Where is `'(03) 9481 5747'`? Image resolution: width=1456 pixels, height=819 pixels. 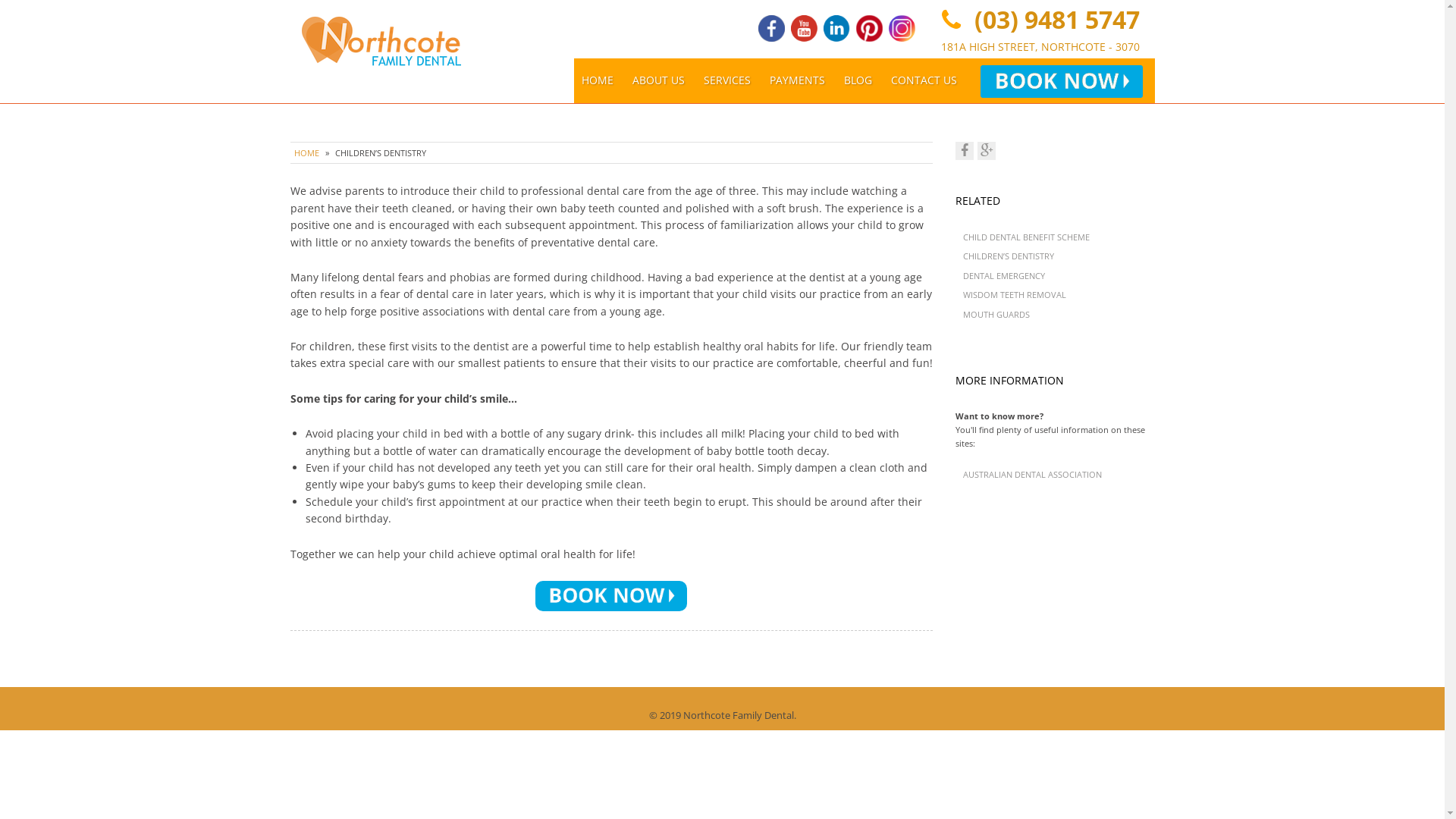 '(03) 9481 5747' is located at coordinates (967, 19).